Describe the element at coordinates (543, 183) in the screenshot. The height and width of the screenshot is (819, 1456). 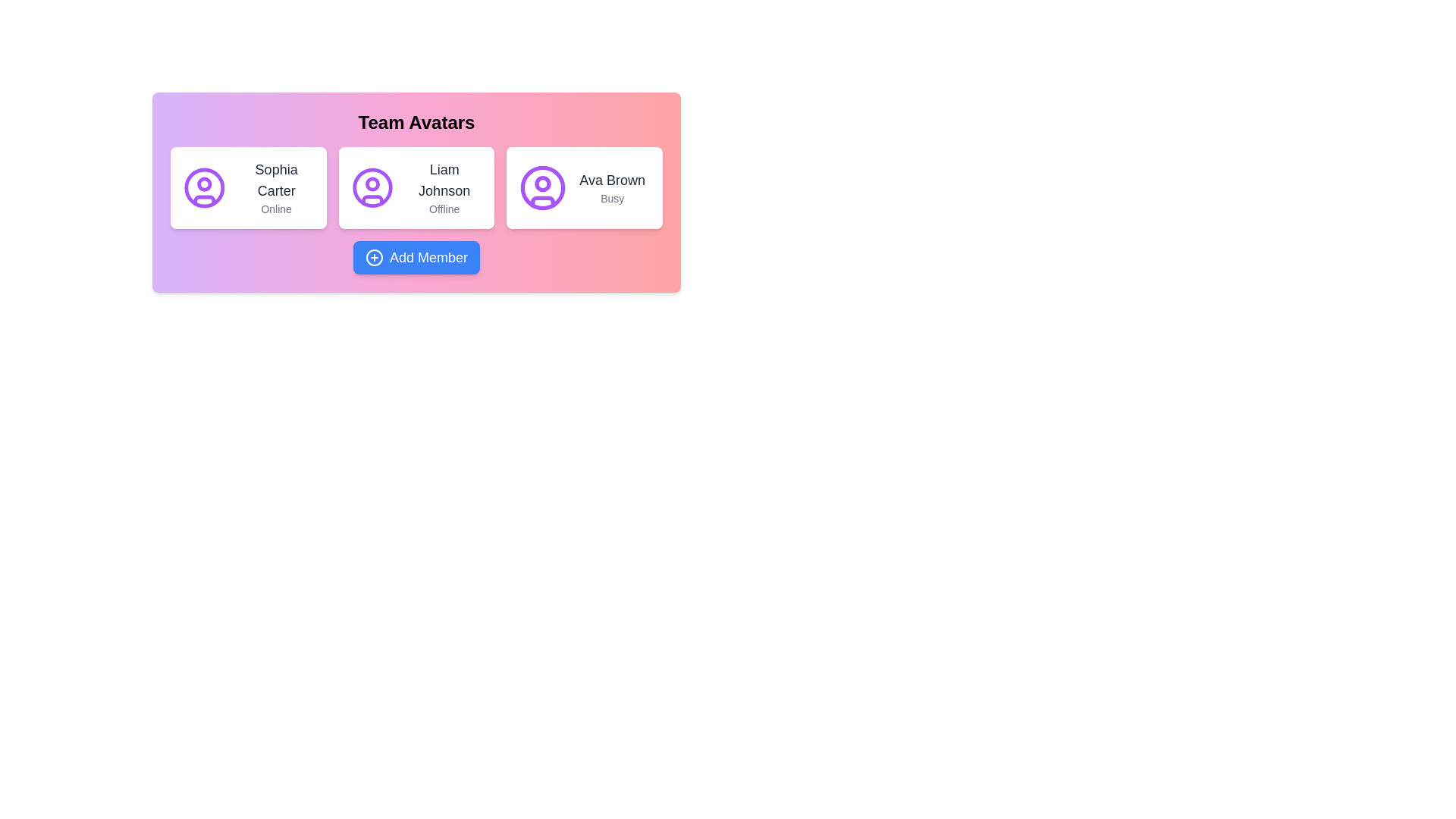
I see `the circular element with a purple border within the avatar icon of 'Ava Brown' card, located in the third position of the team member cards` at that location.